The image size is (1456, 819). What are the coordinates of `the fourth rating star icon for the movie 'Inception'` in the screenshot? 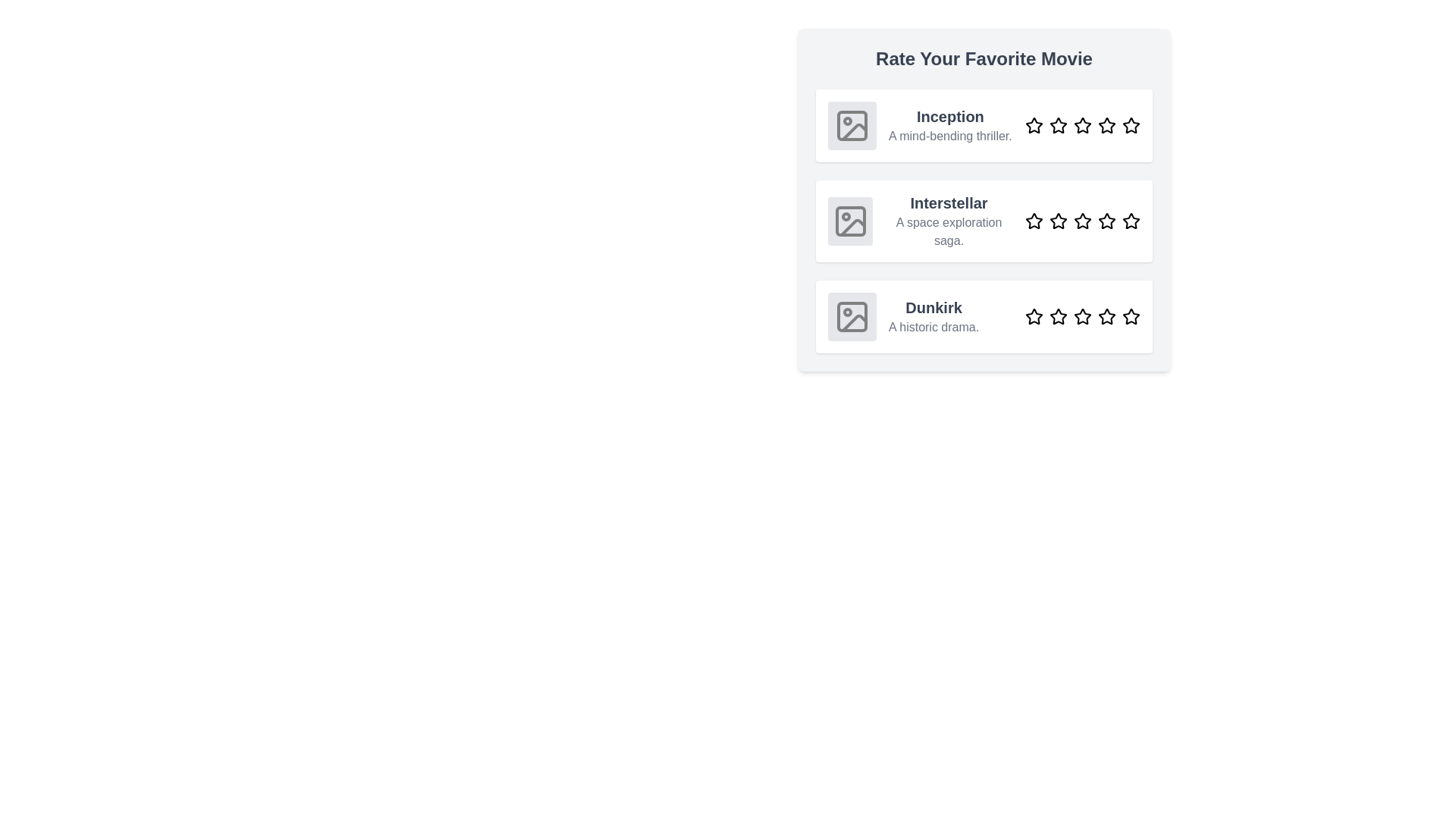 It's located at (1106, 124).